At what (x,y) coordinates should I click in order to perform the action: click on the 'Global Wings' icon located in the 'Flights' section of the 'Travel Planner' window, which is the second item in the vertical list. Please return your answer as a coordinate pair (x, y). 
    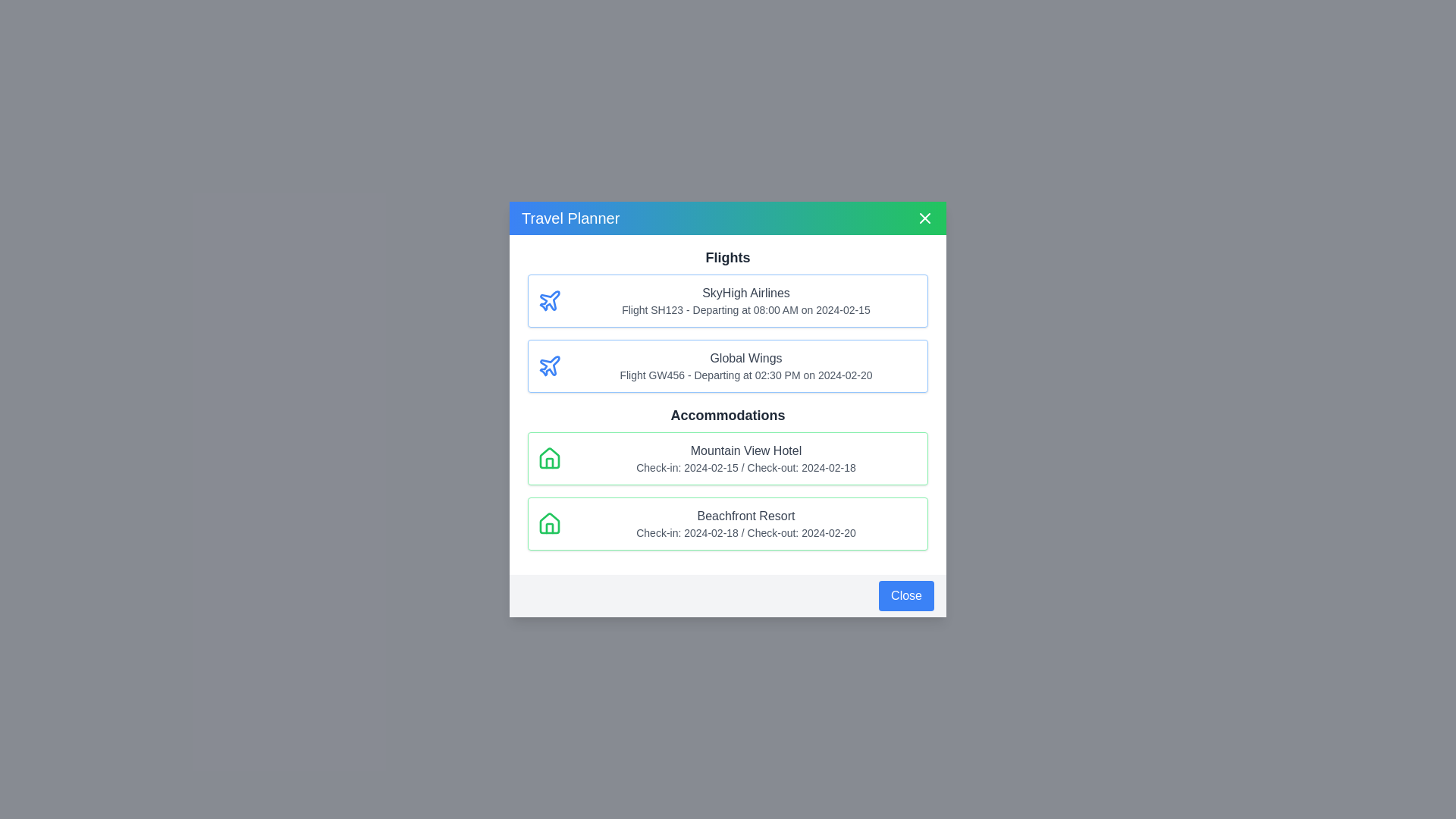
    Looking at the image, I should click on (549, 300).